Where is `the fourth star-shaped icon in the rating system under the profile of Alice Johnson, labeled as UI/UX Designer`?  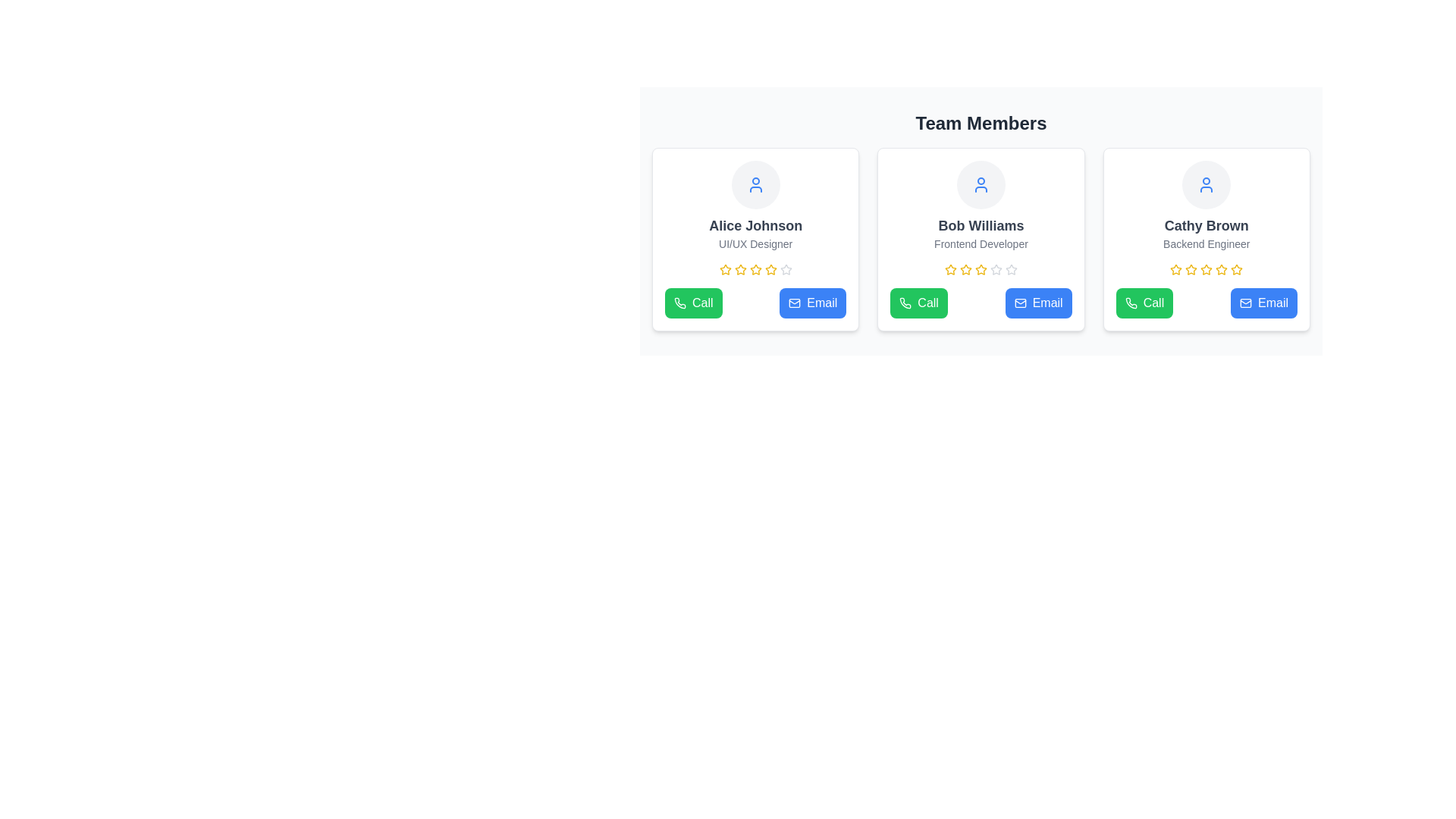
the fourth star-shaped icon in the rating system under the profile of Alice Johnson, labeled as UI/UX Designer is located at coordinates (755, 268).